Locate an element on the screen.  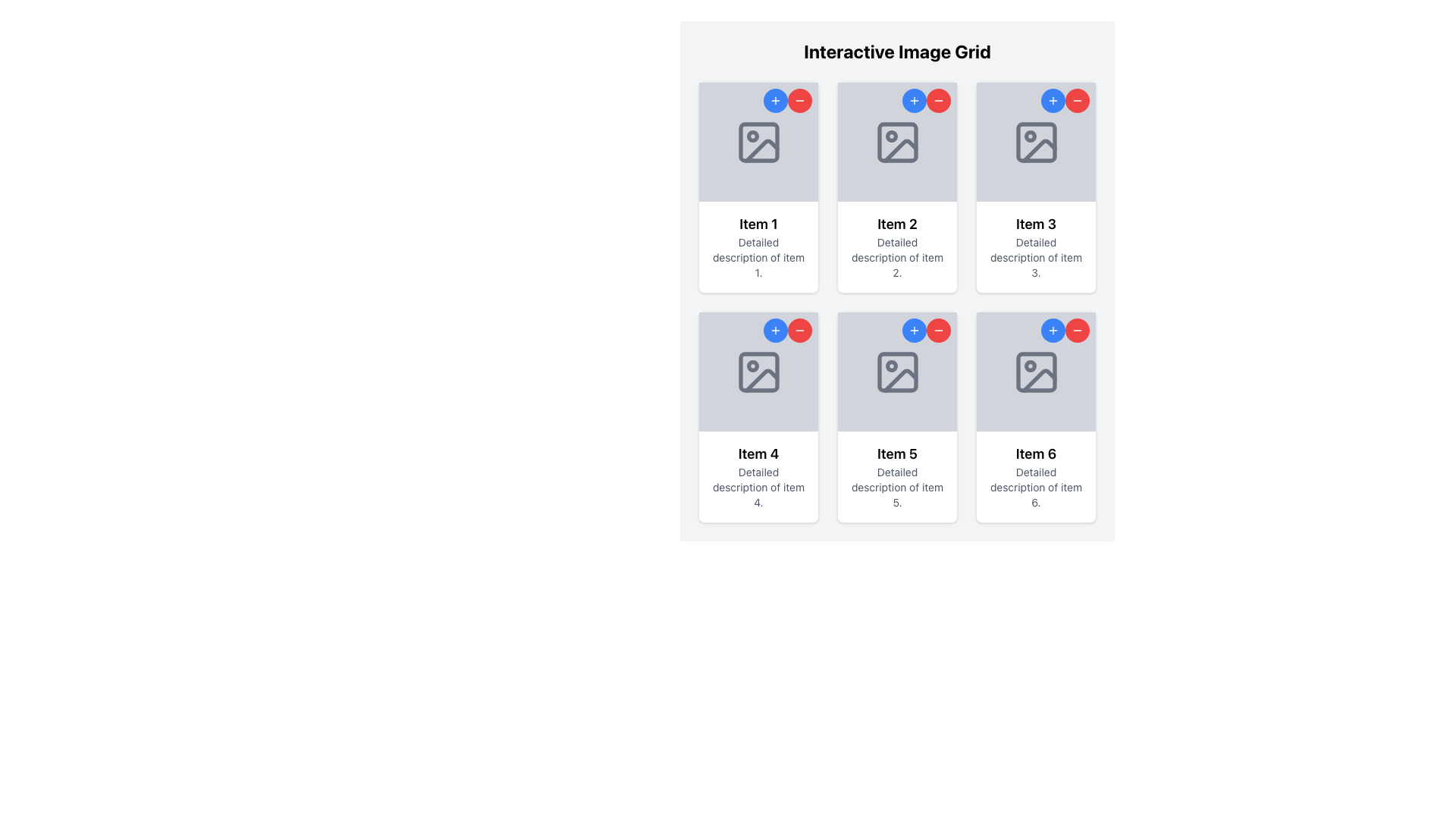
the first card is located at coordinates (758, 186).